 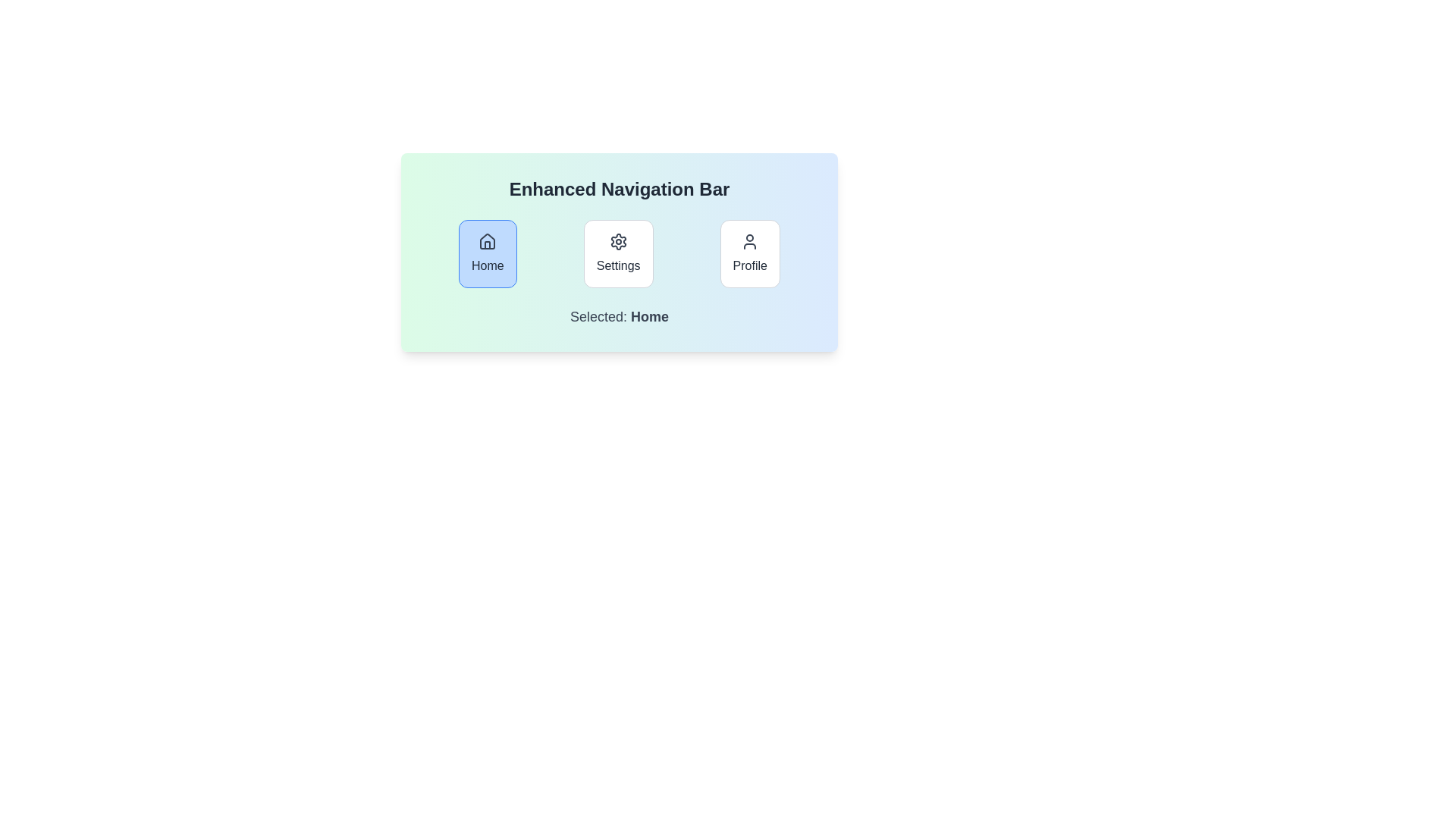 I want to click on the 'Profile' button with a profile icon in the Enhanced Navigation Bar, so click(x=750, y=253).